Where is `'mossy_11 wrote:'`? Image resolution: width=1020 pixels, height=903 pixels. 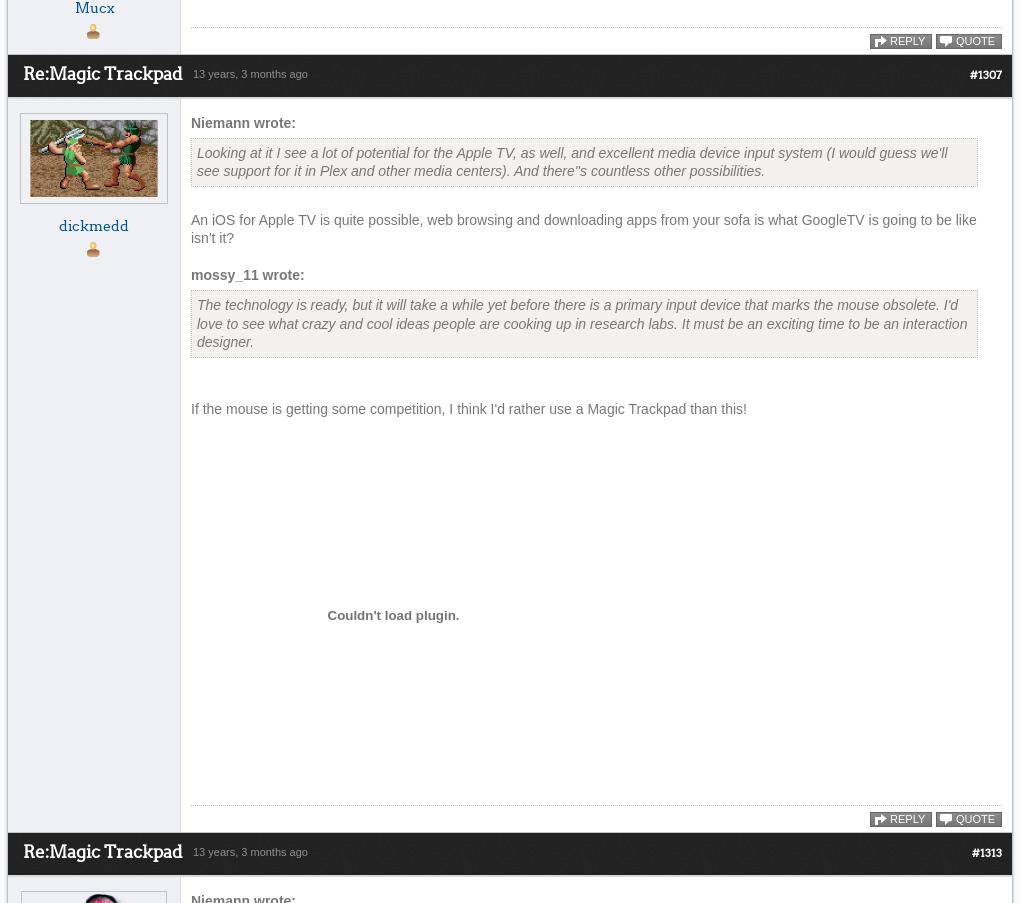
'mossy_11 wrote:' is located at coordinates (247, 273).